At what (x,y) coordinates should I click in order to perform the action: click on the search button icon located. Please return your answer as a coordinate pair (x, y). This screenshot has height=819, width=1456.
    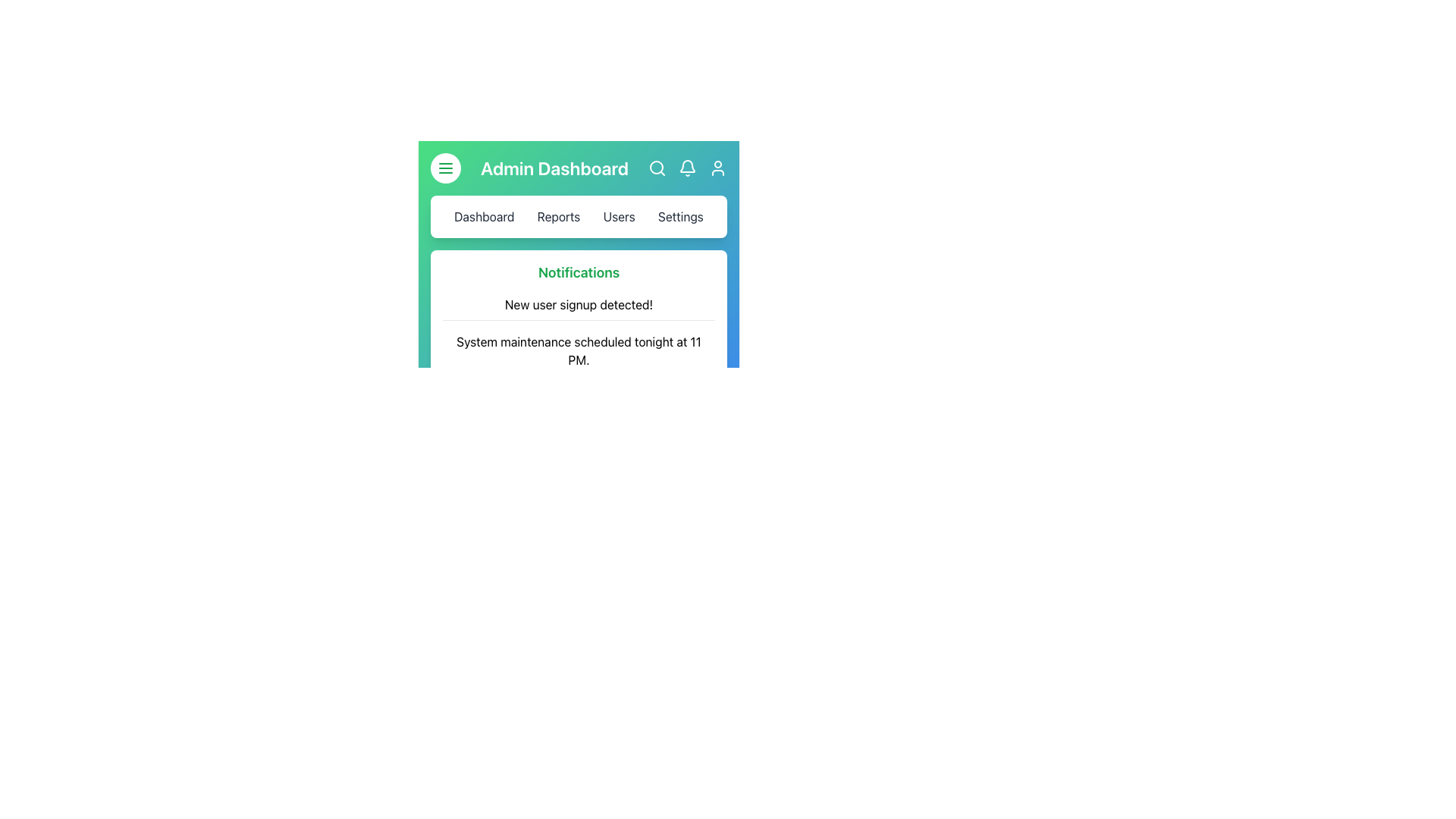
    Looking at the image, I should click on (657, 168).